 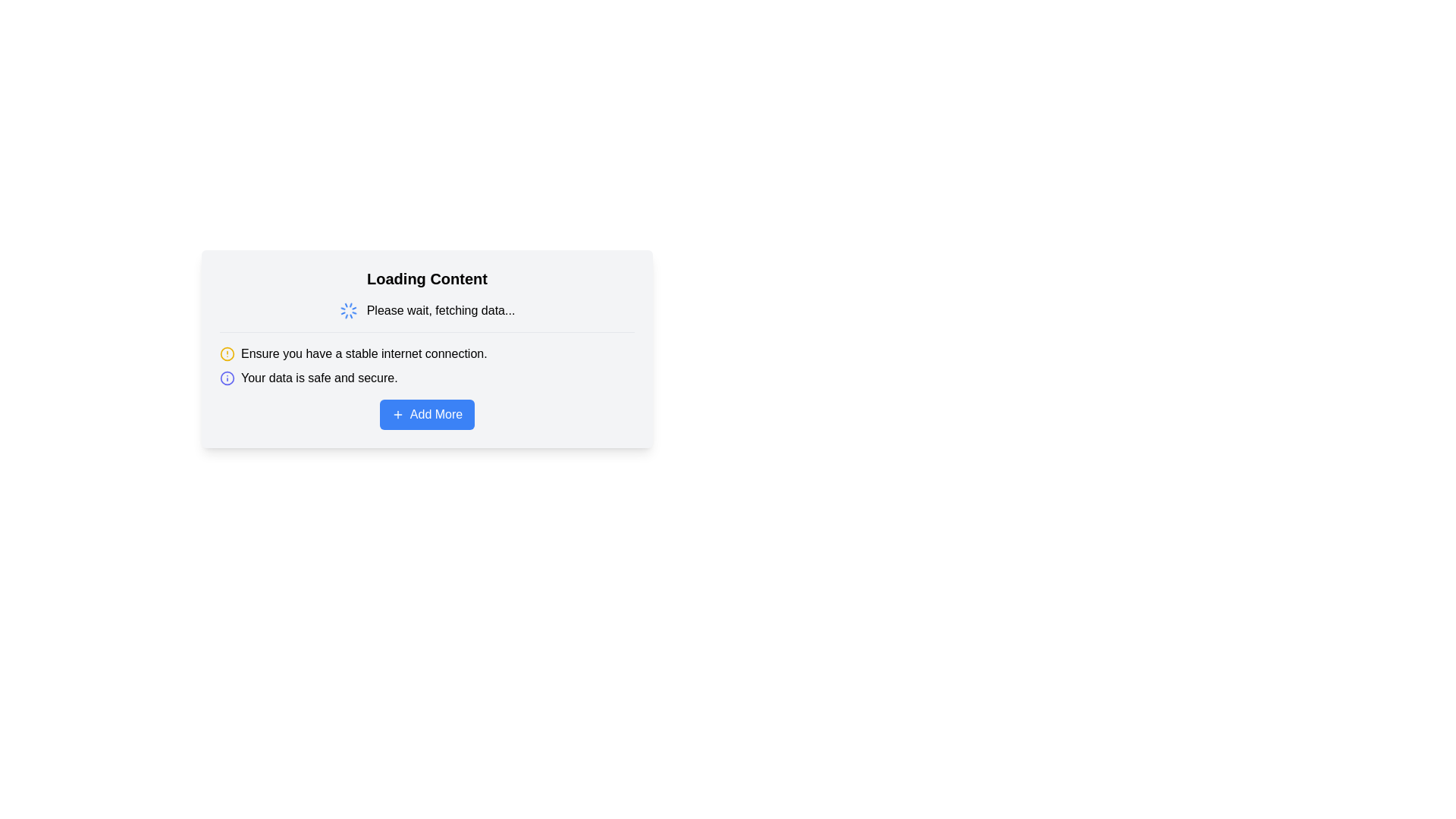 What do you see at coordinates (353, 353) in the screenshot?
I see `informational text that states 'Ensure you have a stable internet connection.' which is represented by a yellow warning icon and is located in the second section below the header 'Loading Content'` at bounding box center [353, 353].